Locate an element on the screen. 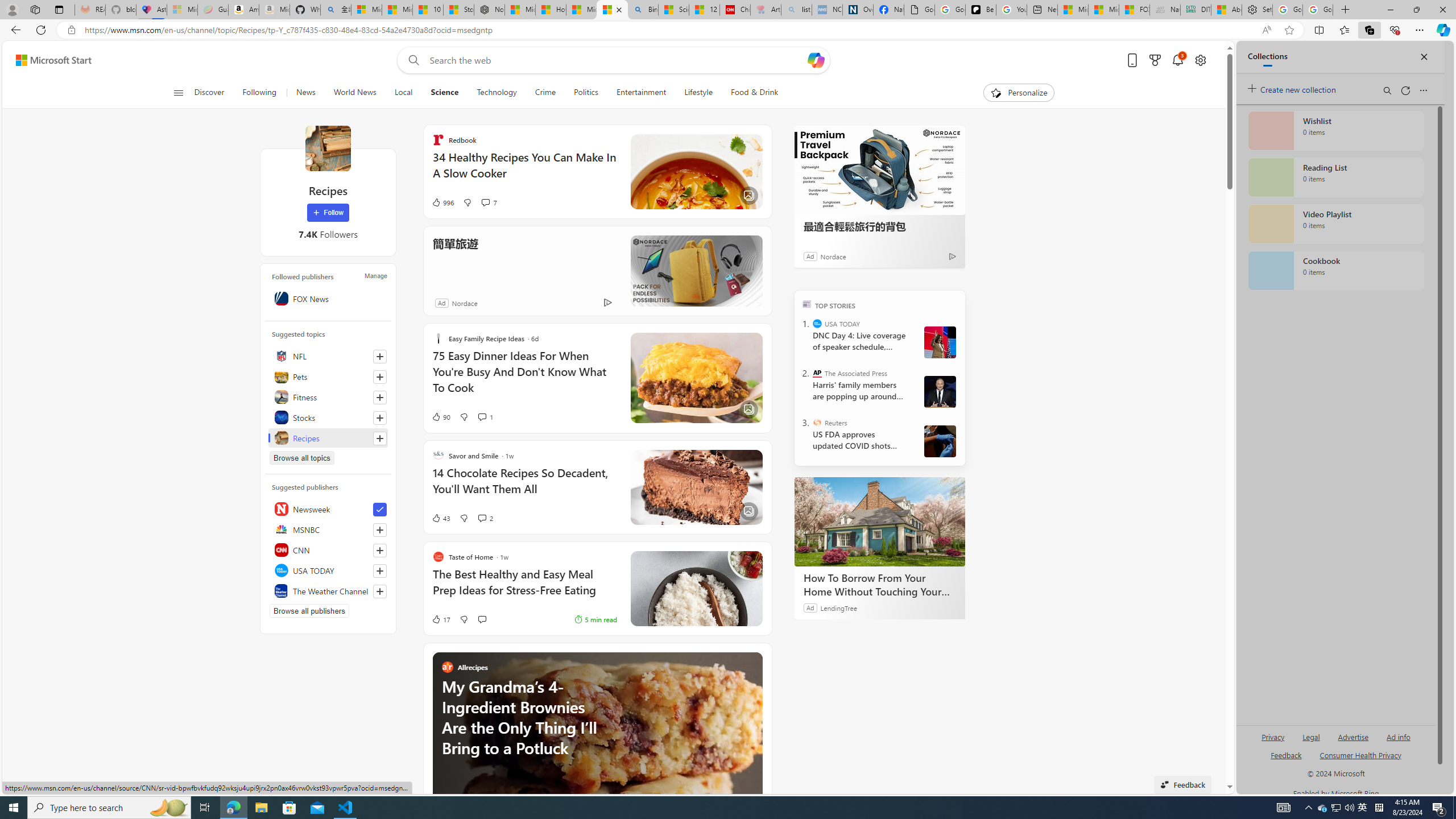  'Browse all topics' is located at coordinates (301, 457).